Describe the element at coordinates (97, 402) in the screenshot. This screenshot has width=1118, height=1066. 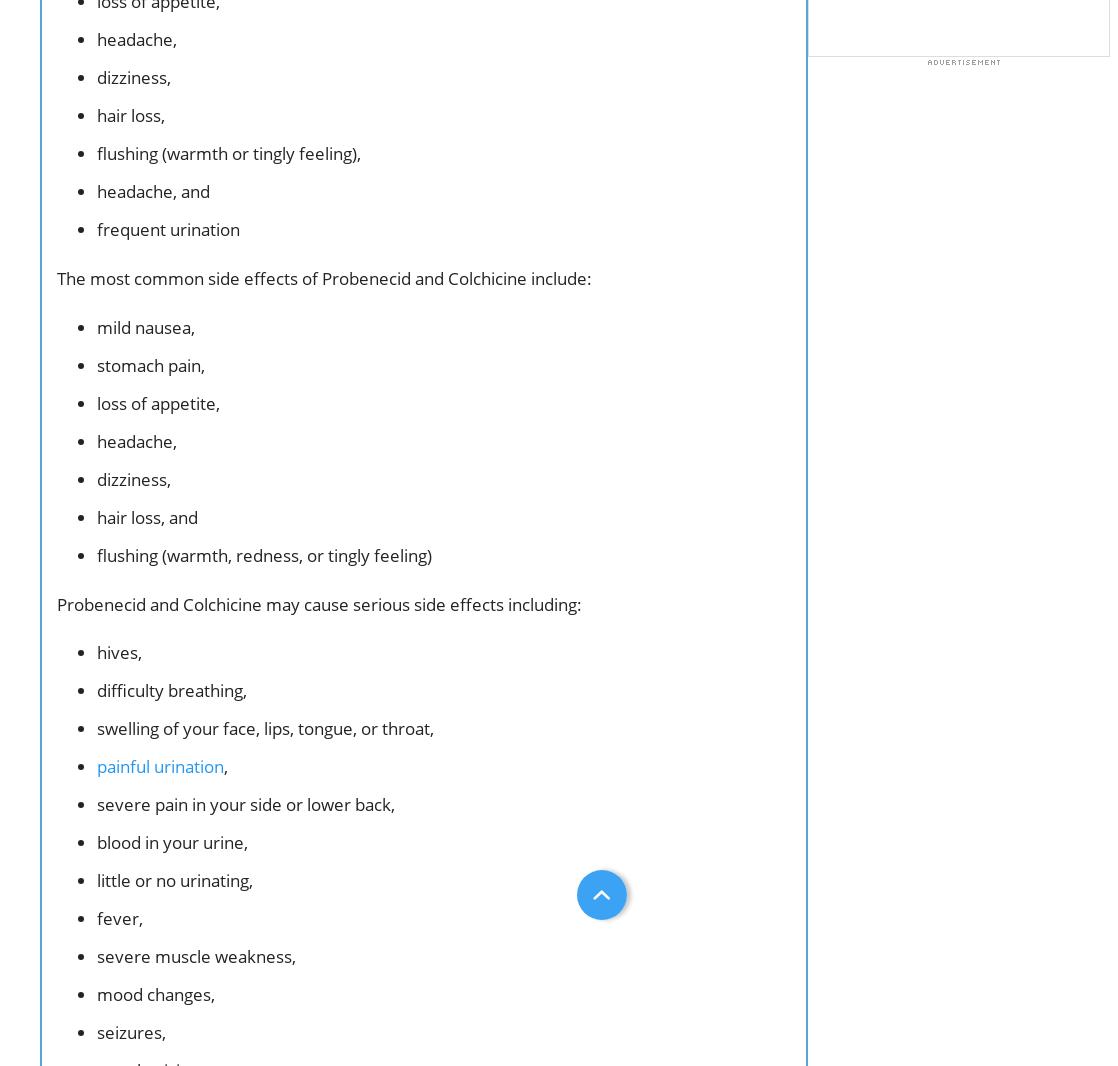
I see `'loss of appetite,'` at that location.